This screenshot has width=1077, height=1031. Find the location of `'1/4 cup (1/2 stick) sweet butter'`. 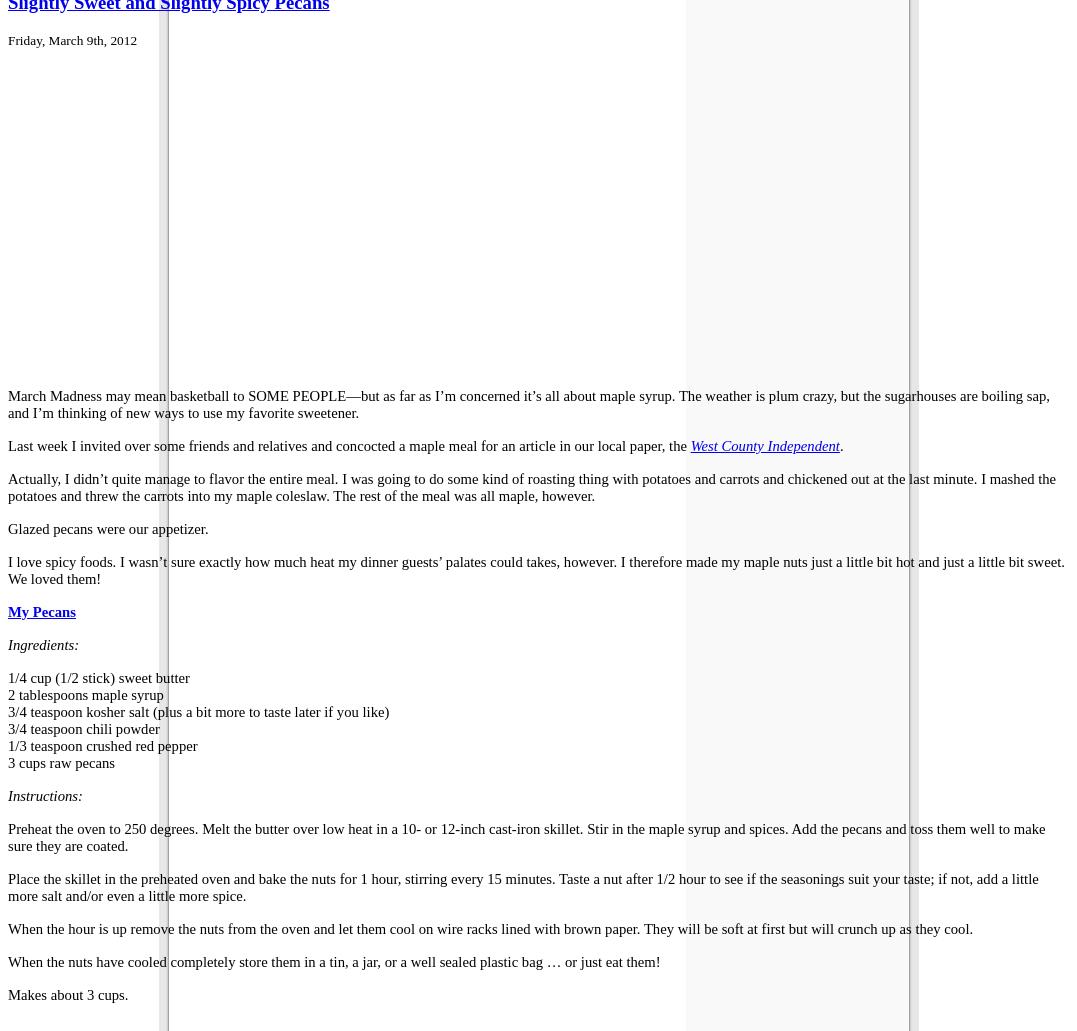

'1/4 cup (1/2 stick) sweet butter' is located at coordinates (6, 676).